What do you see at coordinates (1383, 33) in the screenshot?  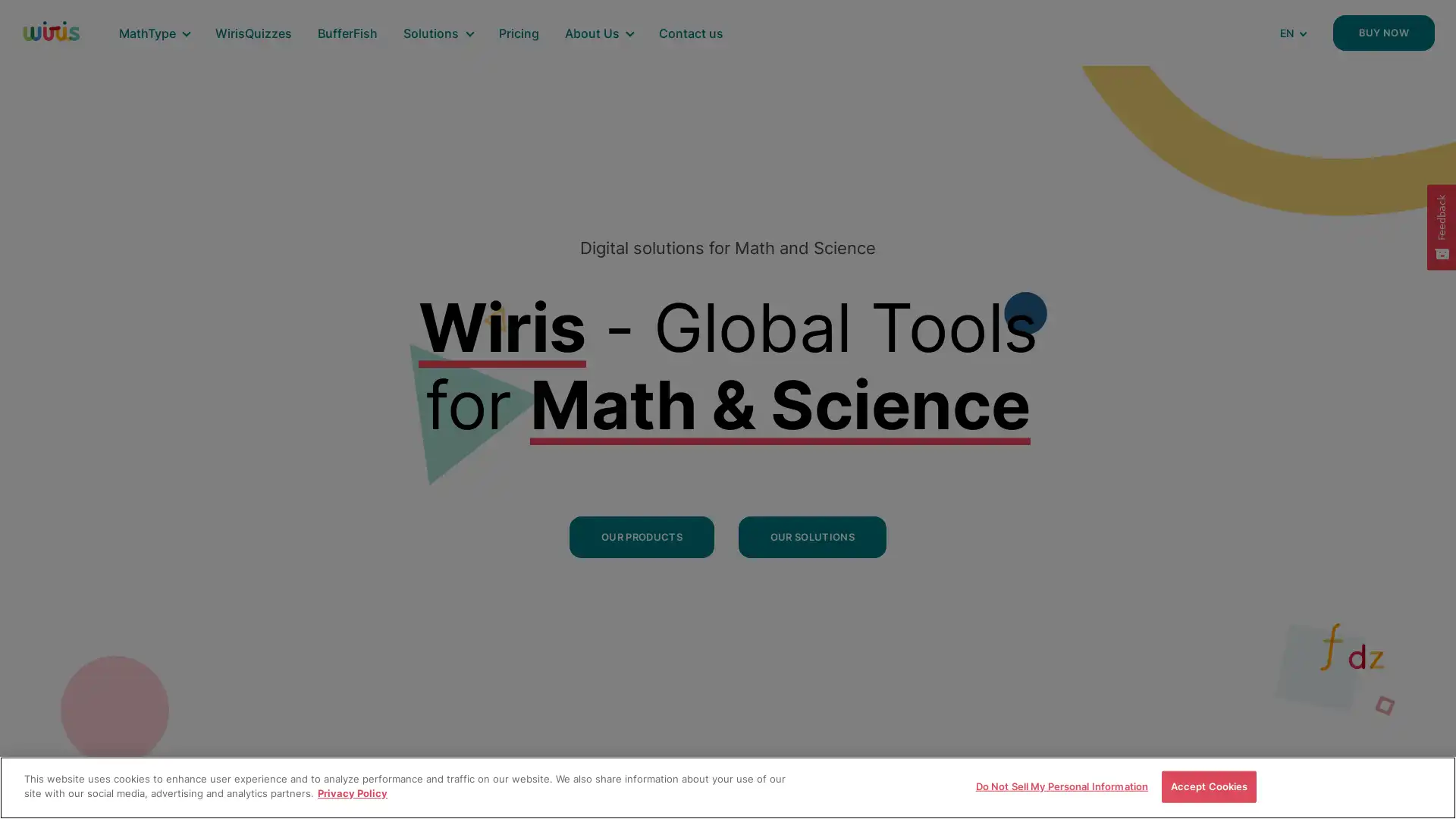 I see `BUY NOW` at bounding box center [1383, 33].